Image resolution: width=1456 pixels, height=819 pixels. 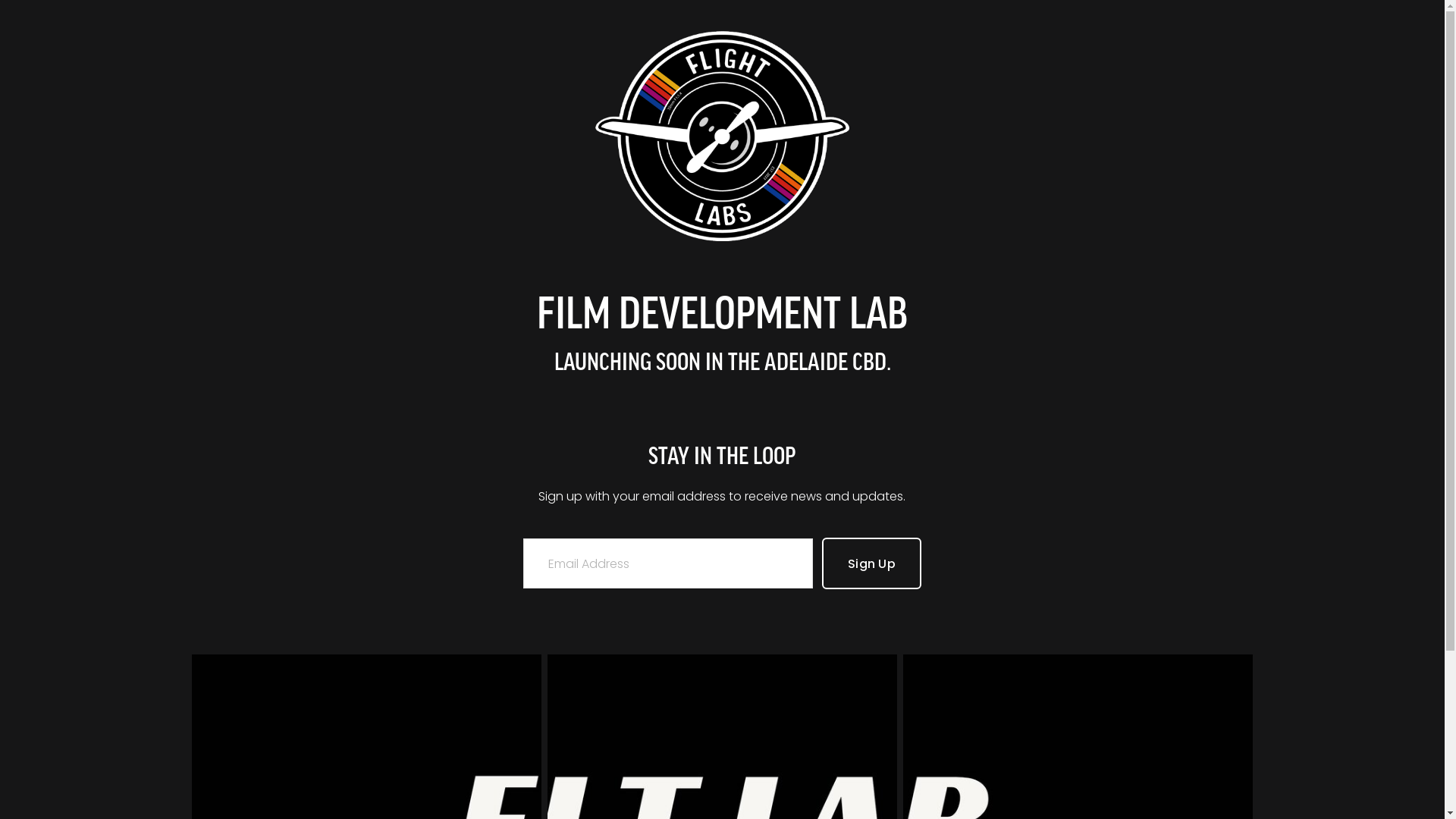 I want to click on 'Sign Up', so click(x=871, y=563).